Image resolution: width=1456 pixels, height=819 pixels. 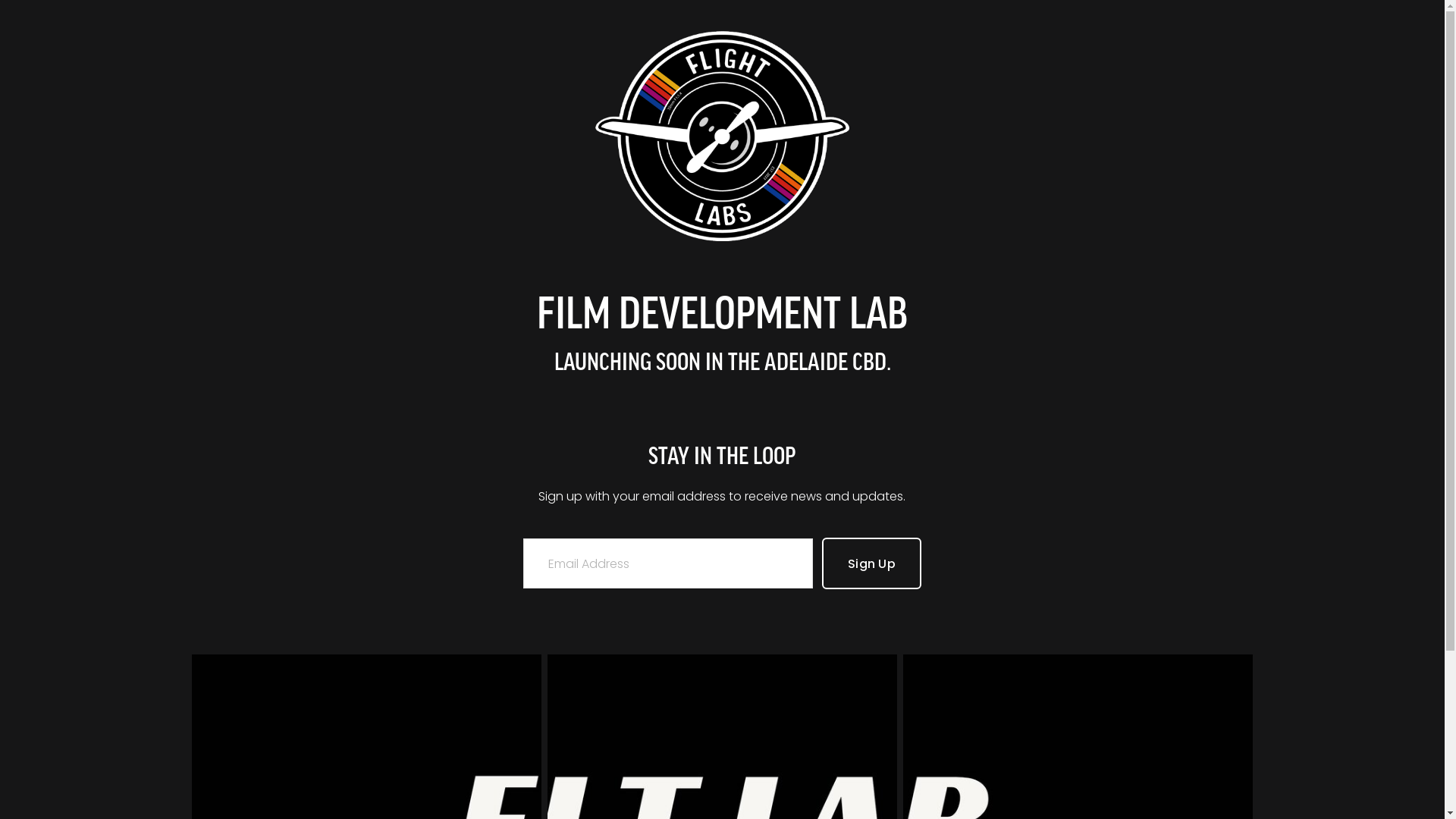 I want to click on 'Sign Up', so click(x=871, y=563).